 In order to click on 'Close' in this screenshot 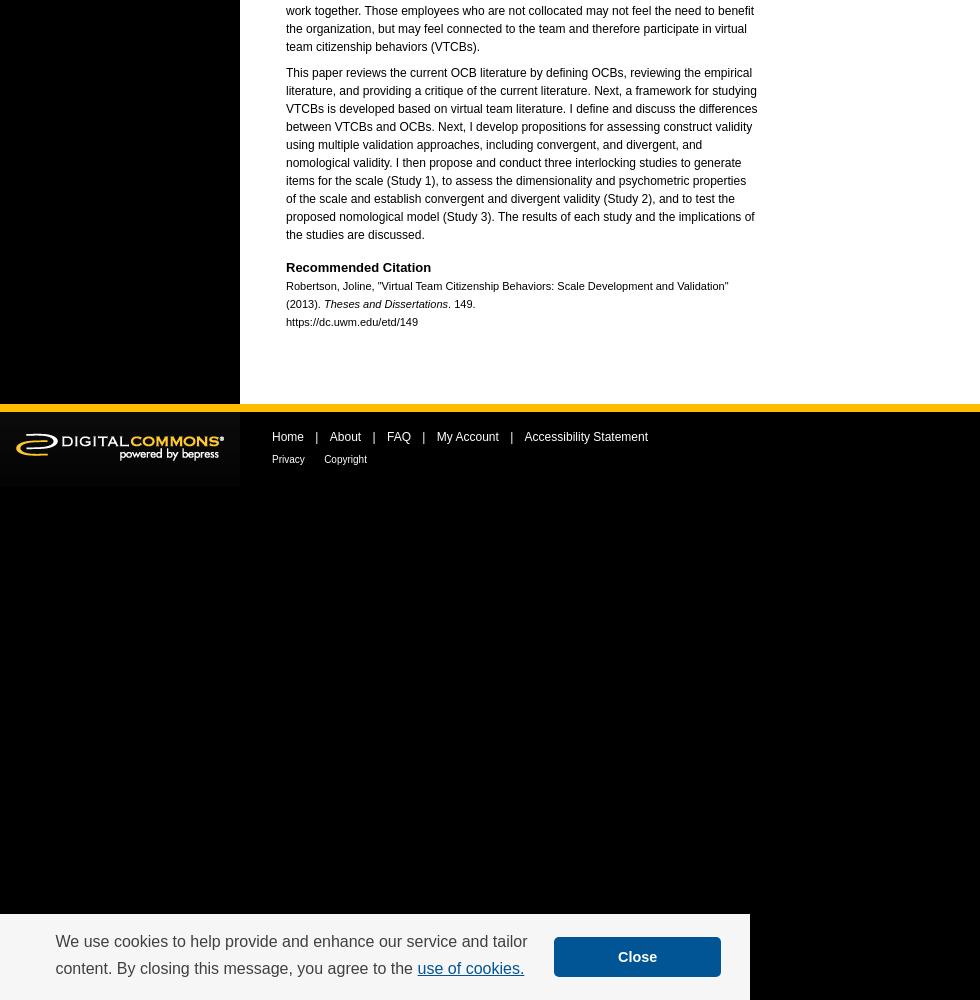, I will do `click(617, 955)`.